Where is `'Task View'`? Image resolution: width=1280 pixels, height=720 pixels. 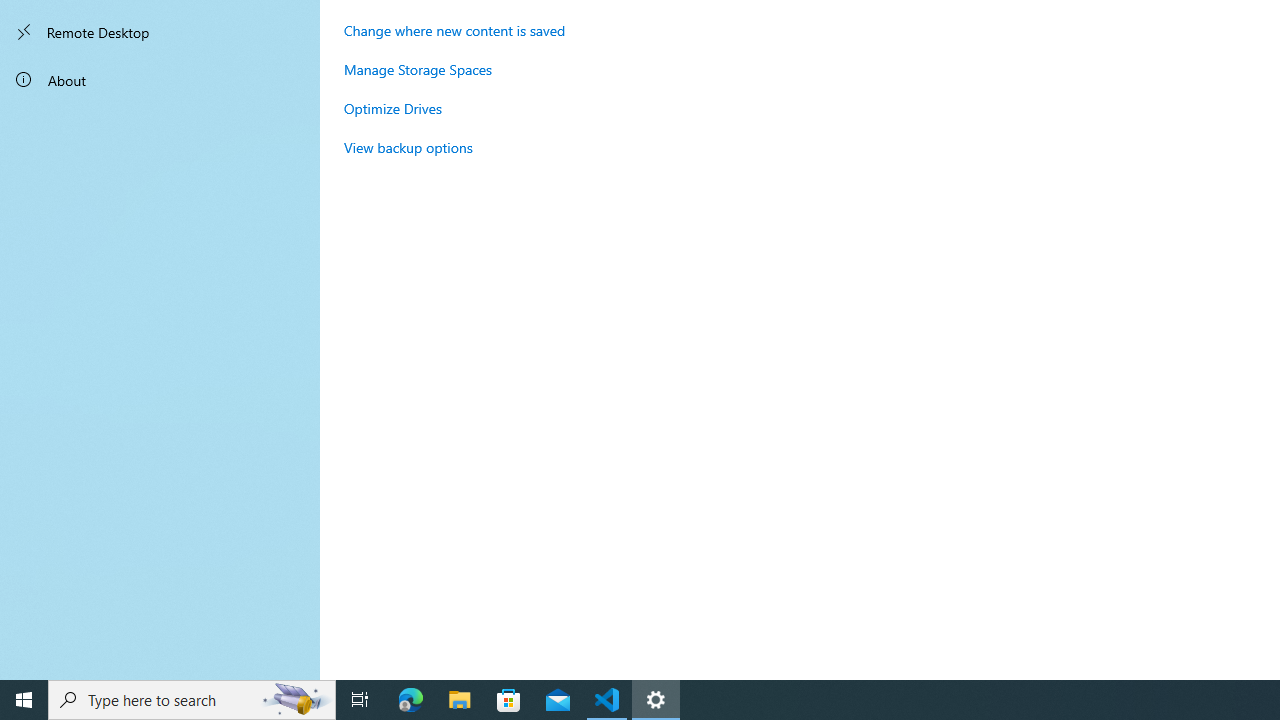 'Task View' is located at coordinates (359, 698).